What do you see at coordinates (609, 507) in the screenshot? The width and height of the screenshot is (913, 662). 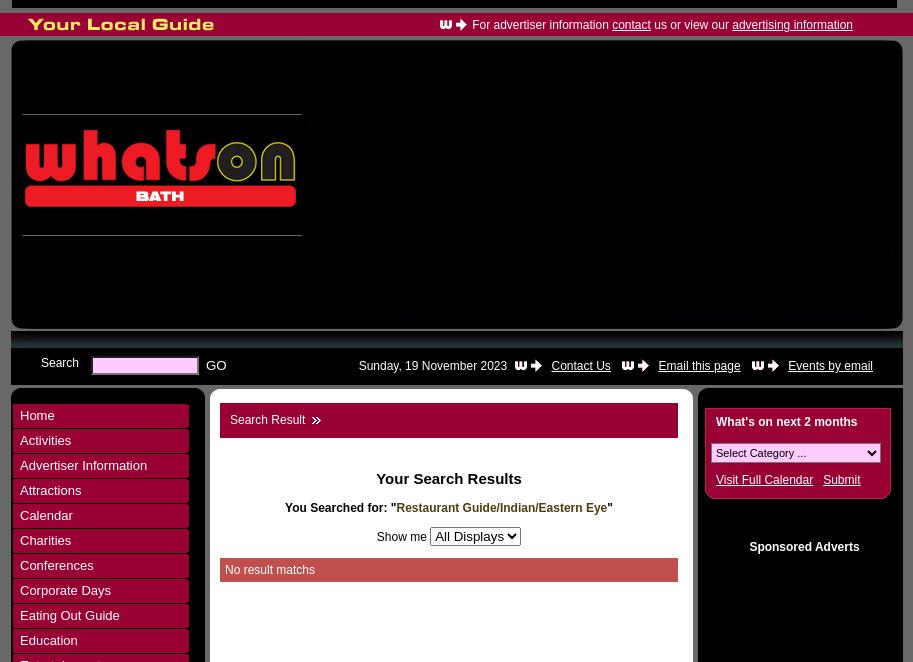 I see `'"'` at bounding box center [609, 507].